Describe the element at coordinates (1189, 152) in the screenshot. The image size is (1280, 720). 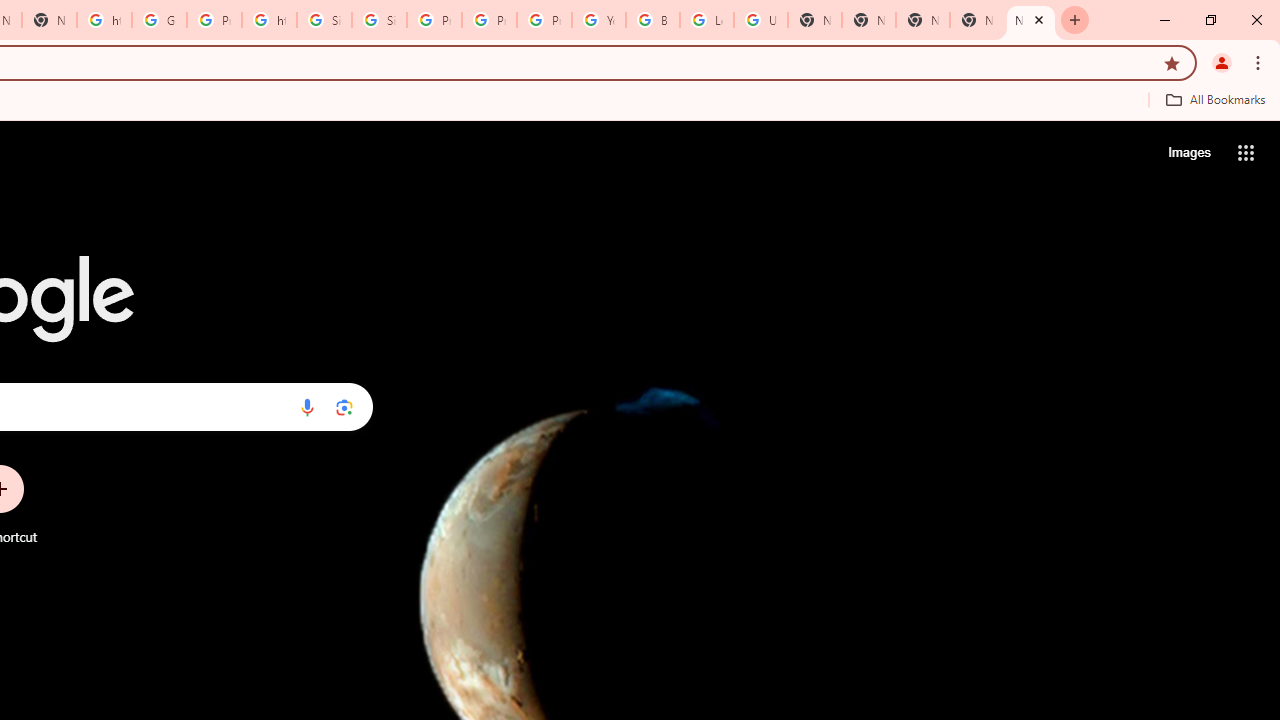
I see `'Search for Images '` at that location.